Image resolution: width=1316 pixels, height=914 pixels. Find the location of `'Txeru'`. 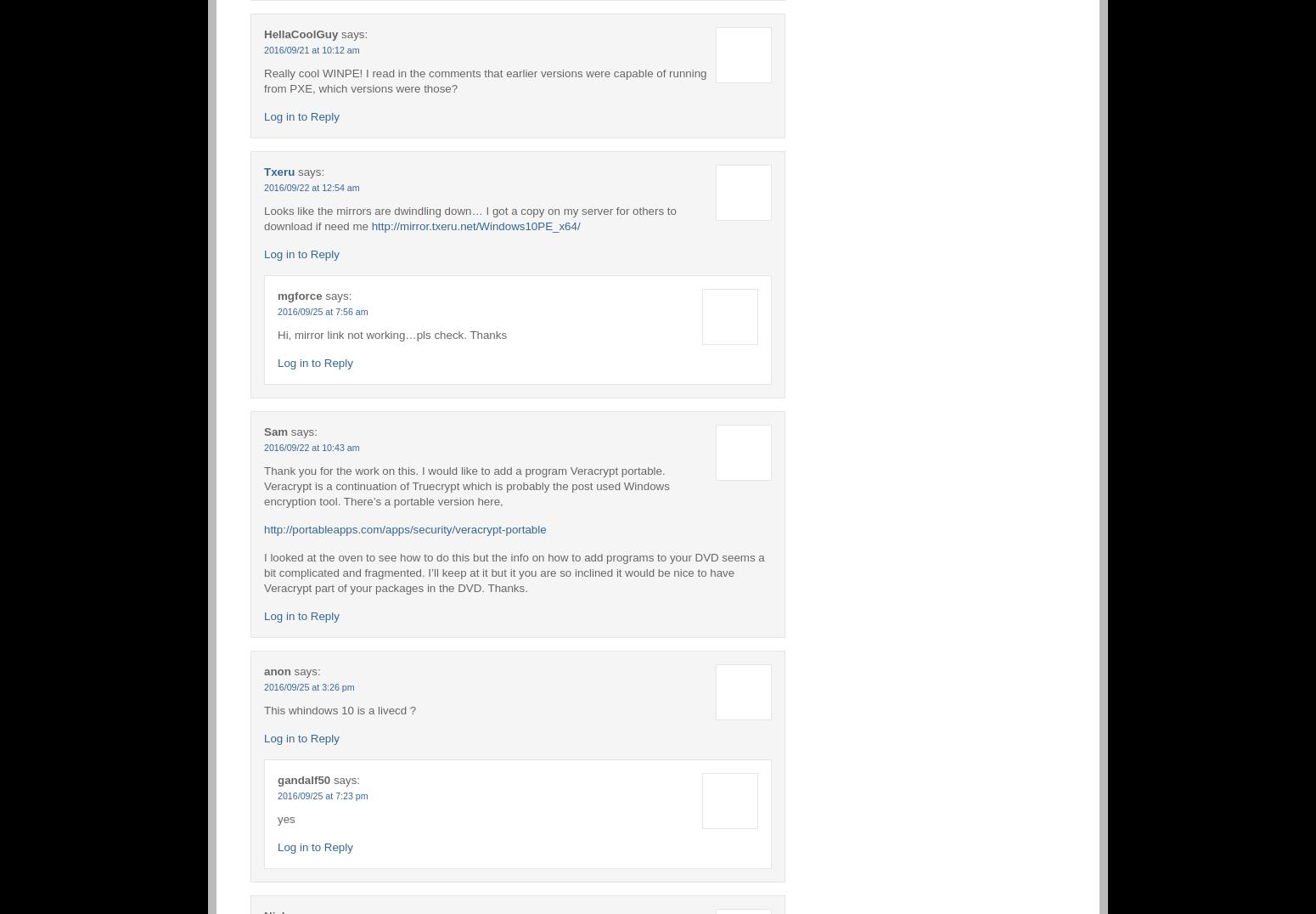

'Txeru' is located at coordinates (263, 170).